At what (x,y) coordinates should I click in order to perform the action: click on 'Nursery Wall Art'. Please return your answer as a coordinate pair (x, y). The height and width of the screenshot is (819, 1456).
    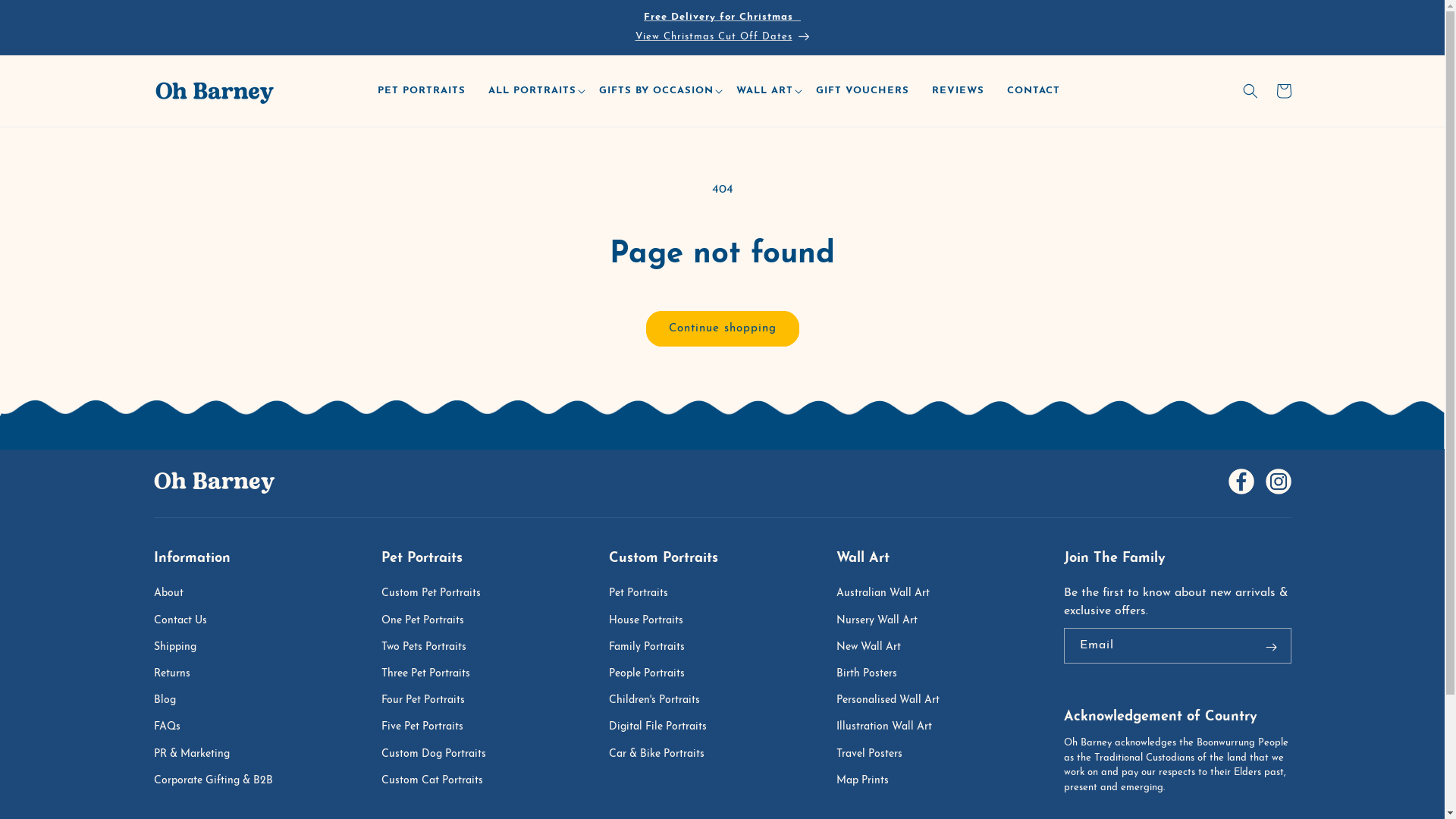
    Looking at the image, I should click on (883, 620).